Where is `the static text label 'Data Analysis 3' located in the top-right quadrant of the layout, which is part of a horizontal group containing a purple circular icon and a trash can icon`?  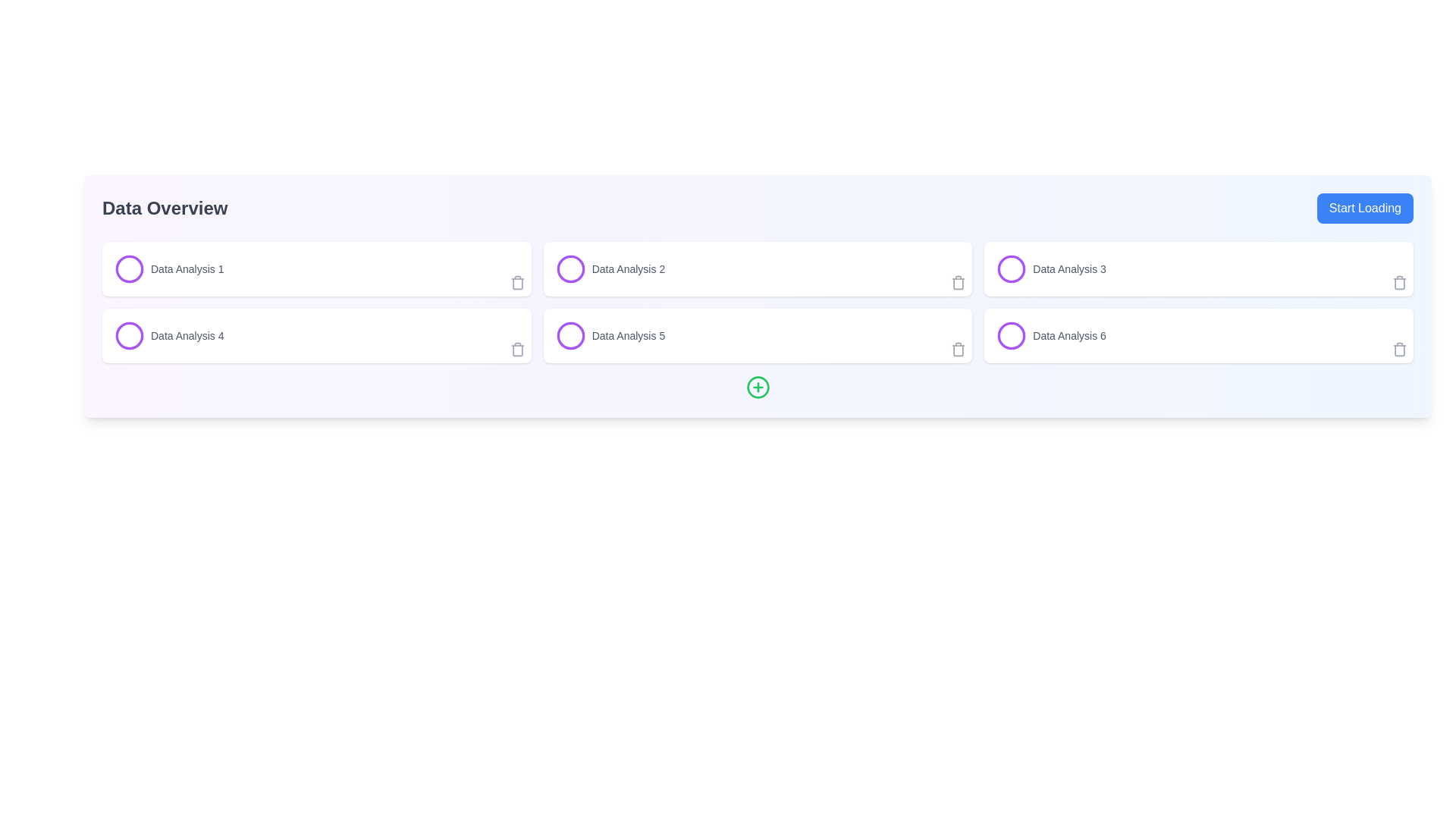 the static text label 'Data Analysis 3' located in the top-right quadrant of the layout, which is part of a horizontal group containing a purple circular icon and a trash can icon is located at coordinates (1068, 268).